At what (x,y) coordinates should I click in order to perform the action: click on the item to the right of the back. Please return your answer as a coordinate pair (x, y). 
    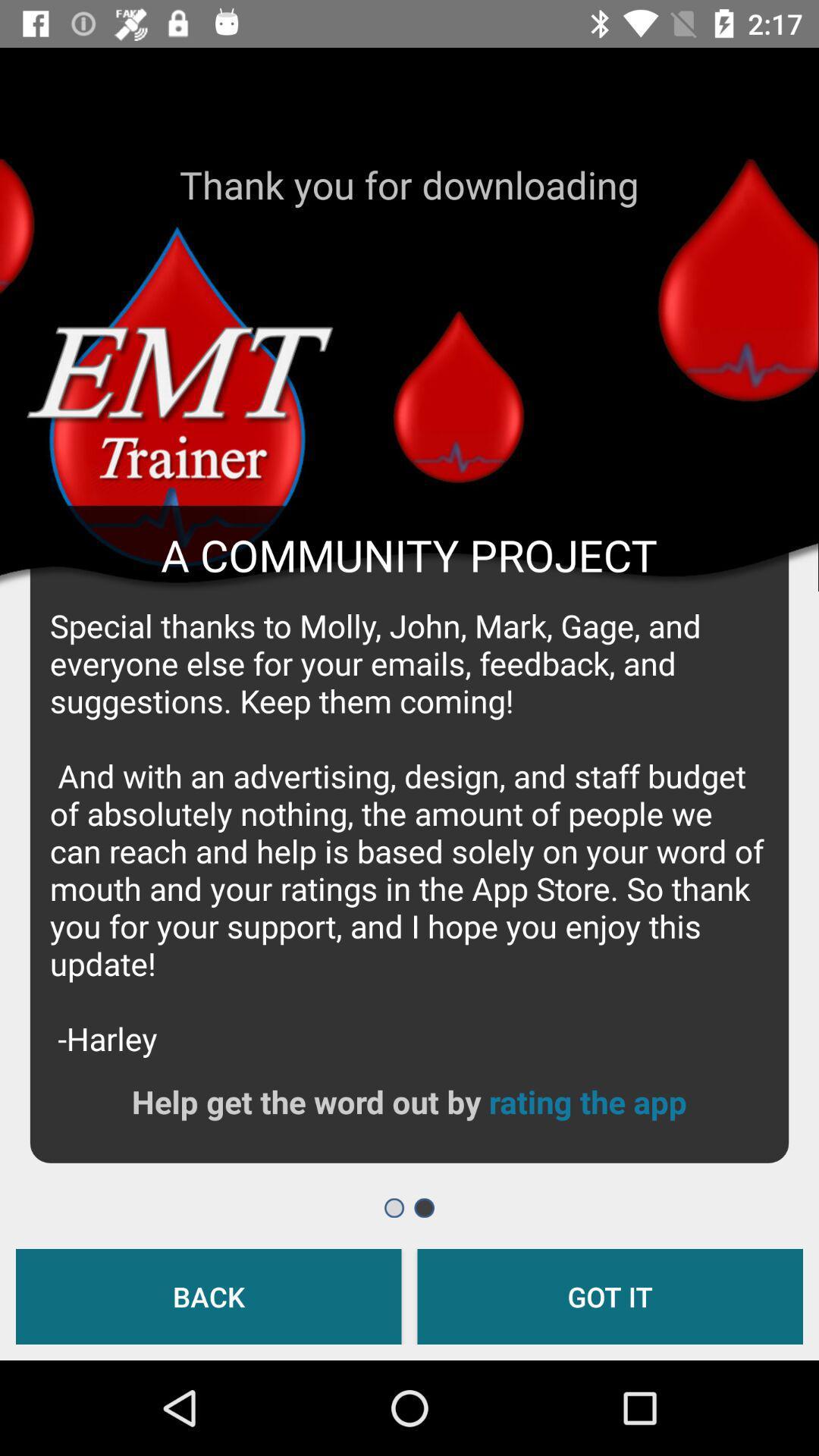
    Looking at the image, I should click on (609, 1295).